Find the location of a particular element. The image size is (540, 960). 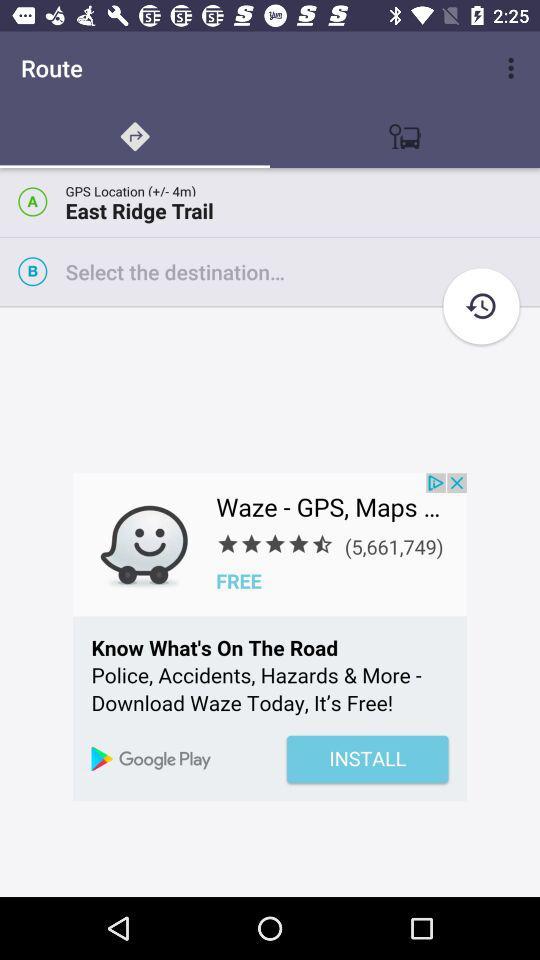

open advertisement for wazew is located at coordinates (270, 636).